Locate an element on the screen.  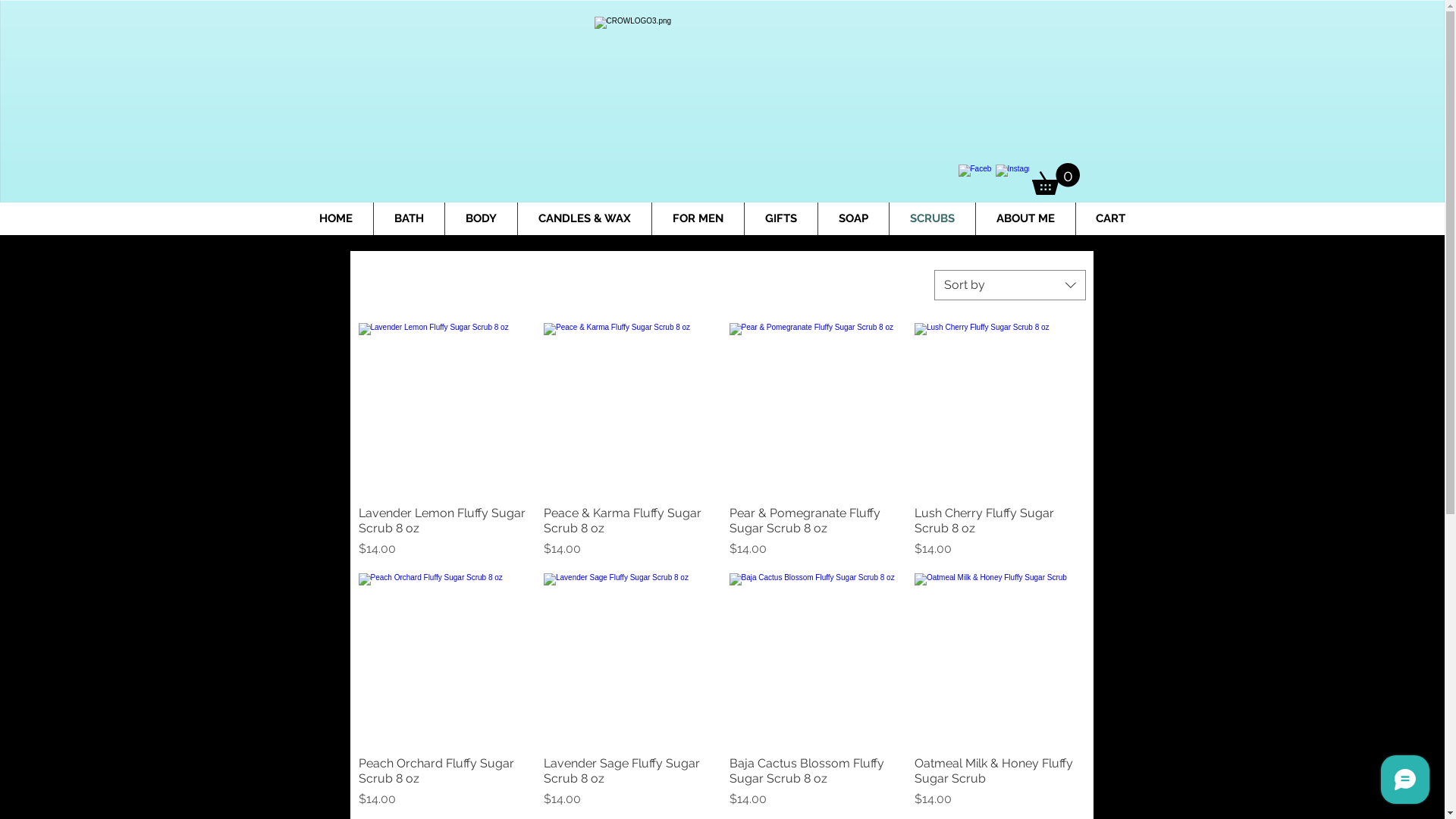
'BODY' is located at coordinates (479, 218).